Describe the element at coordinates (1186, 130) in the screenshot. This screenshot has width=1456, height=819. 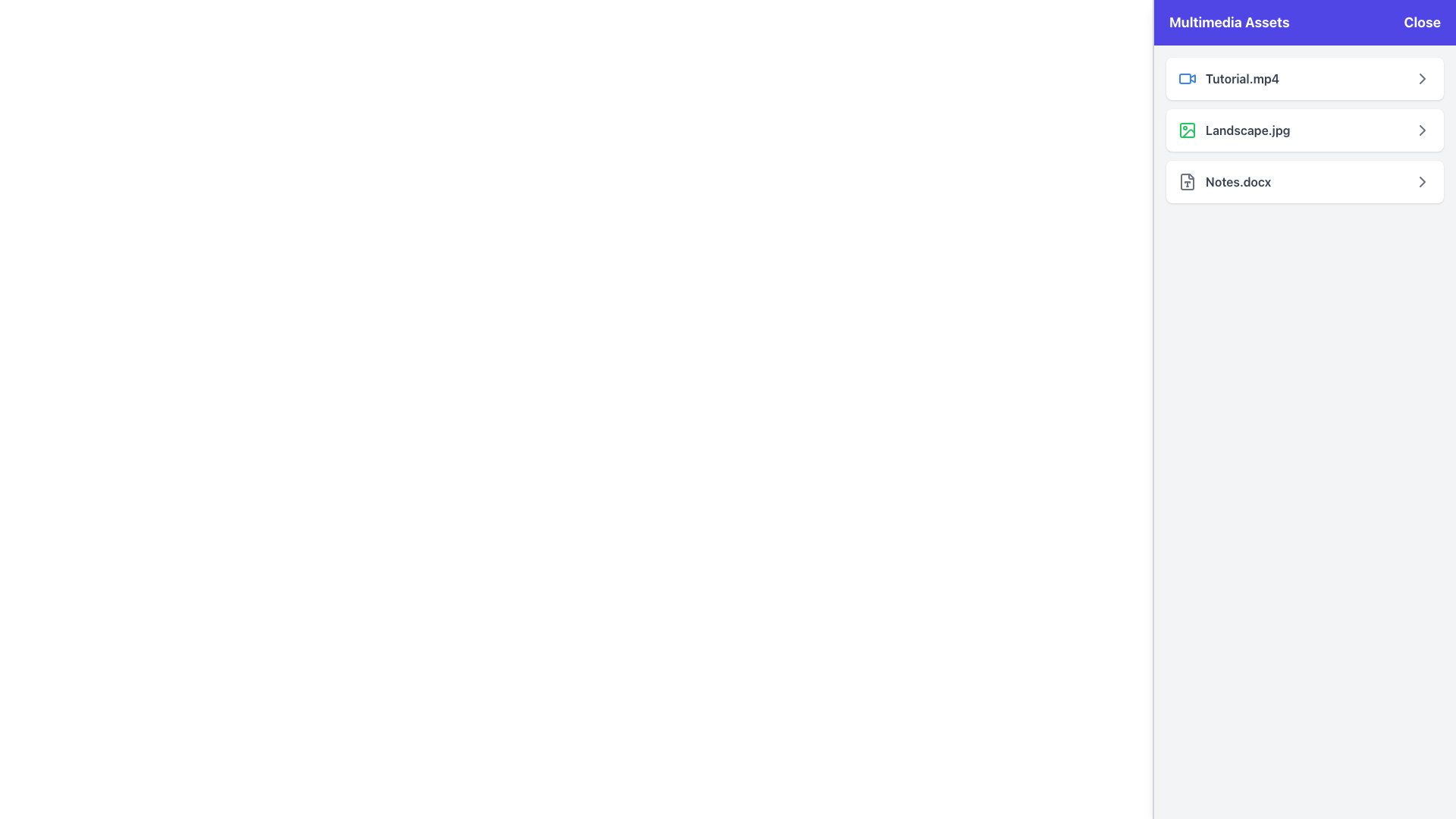
I see `the small green icon depicting an image, which has rounded corners and is located next to the text 'Landscape.jpg' in the vertical menu` at that location.